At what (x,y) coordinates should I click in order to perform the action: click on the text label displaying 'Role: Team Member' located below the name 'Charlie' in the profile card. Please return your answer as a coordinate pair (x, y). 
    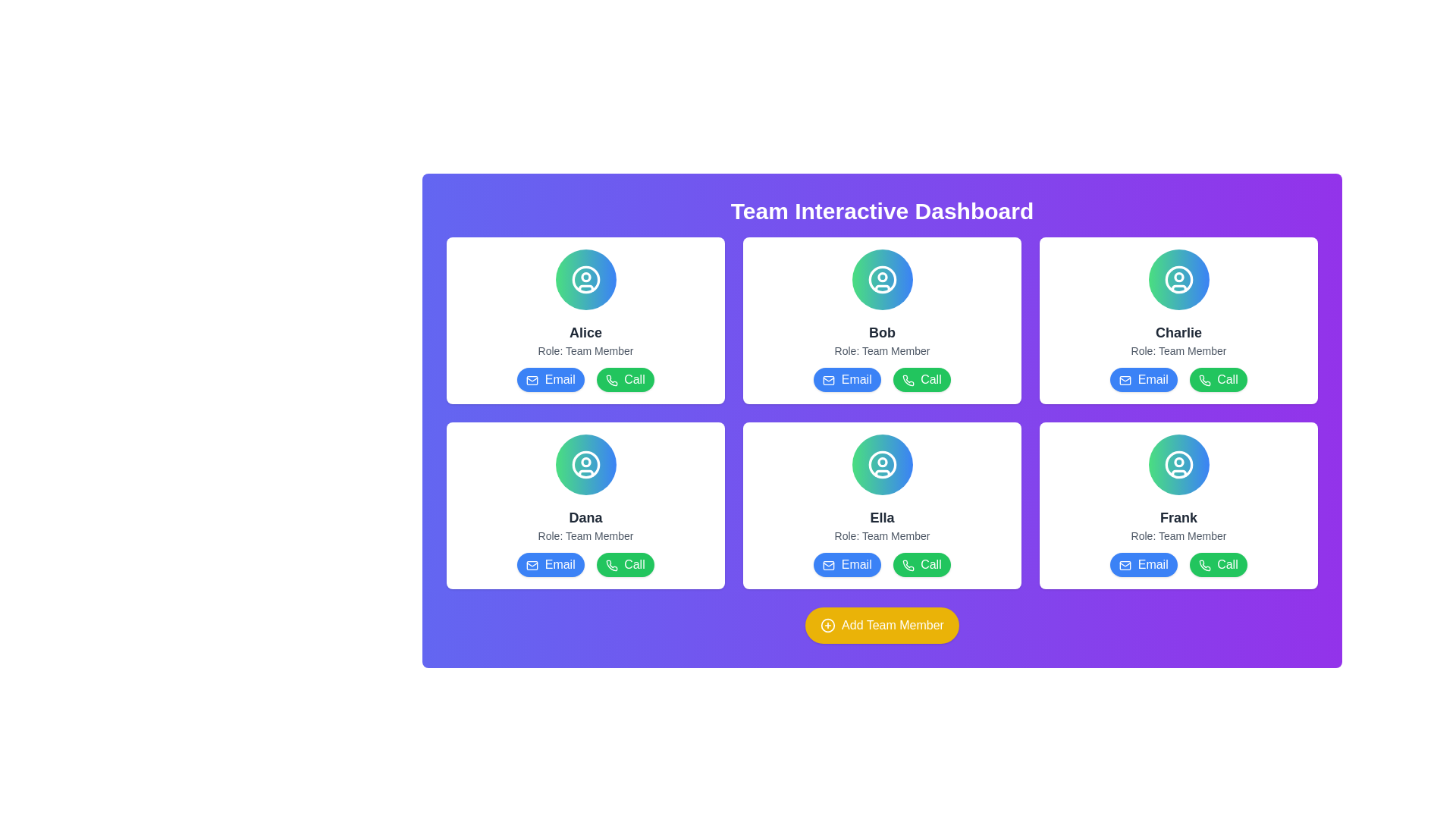
    Looking at the image, I should click on (1178, 350).